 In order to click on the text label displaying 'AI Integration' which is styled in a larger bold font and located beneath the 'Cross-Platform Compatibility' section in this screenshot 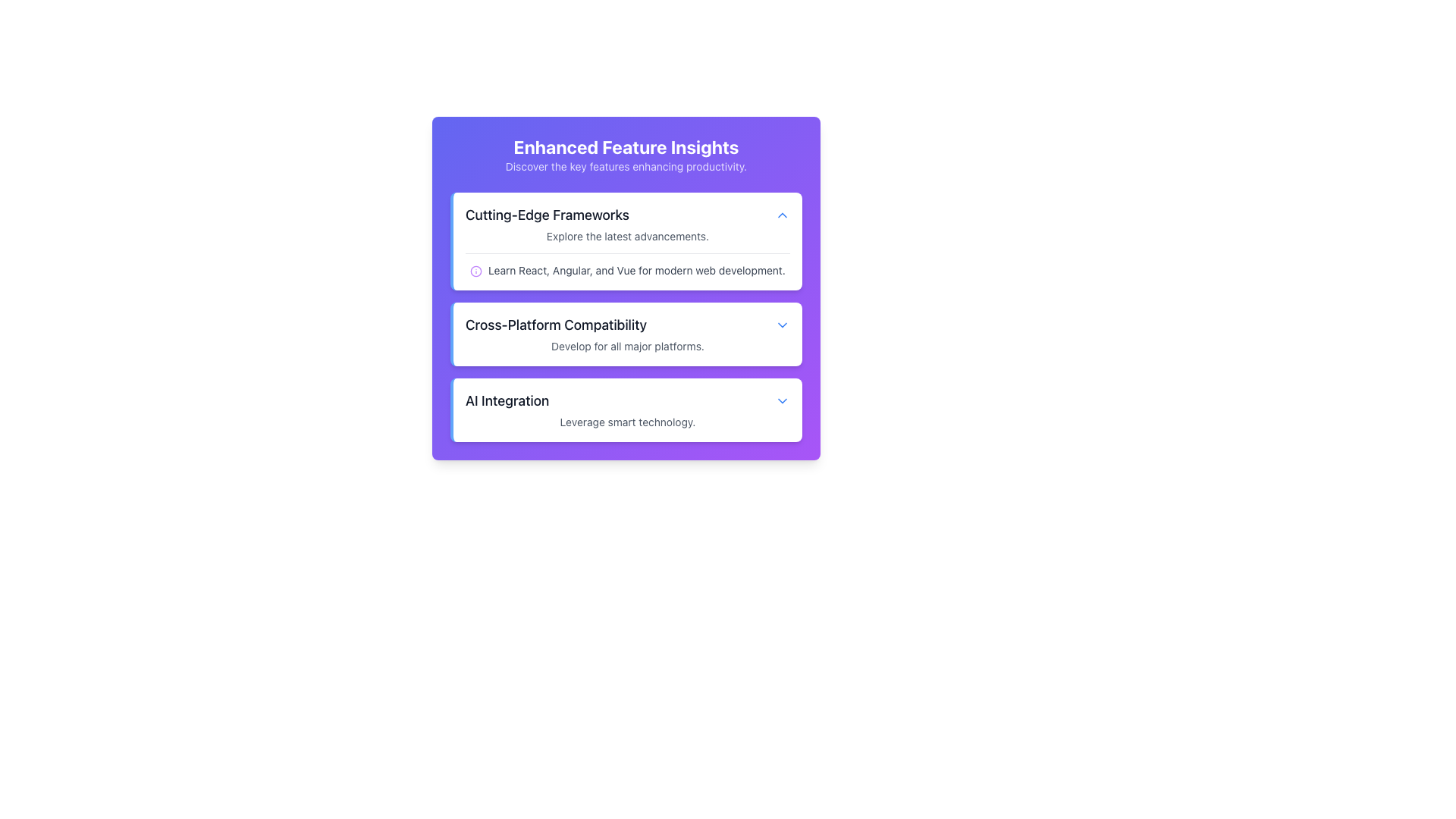, I will do `click(507, 400)`.